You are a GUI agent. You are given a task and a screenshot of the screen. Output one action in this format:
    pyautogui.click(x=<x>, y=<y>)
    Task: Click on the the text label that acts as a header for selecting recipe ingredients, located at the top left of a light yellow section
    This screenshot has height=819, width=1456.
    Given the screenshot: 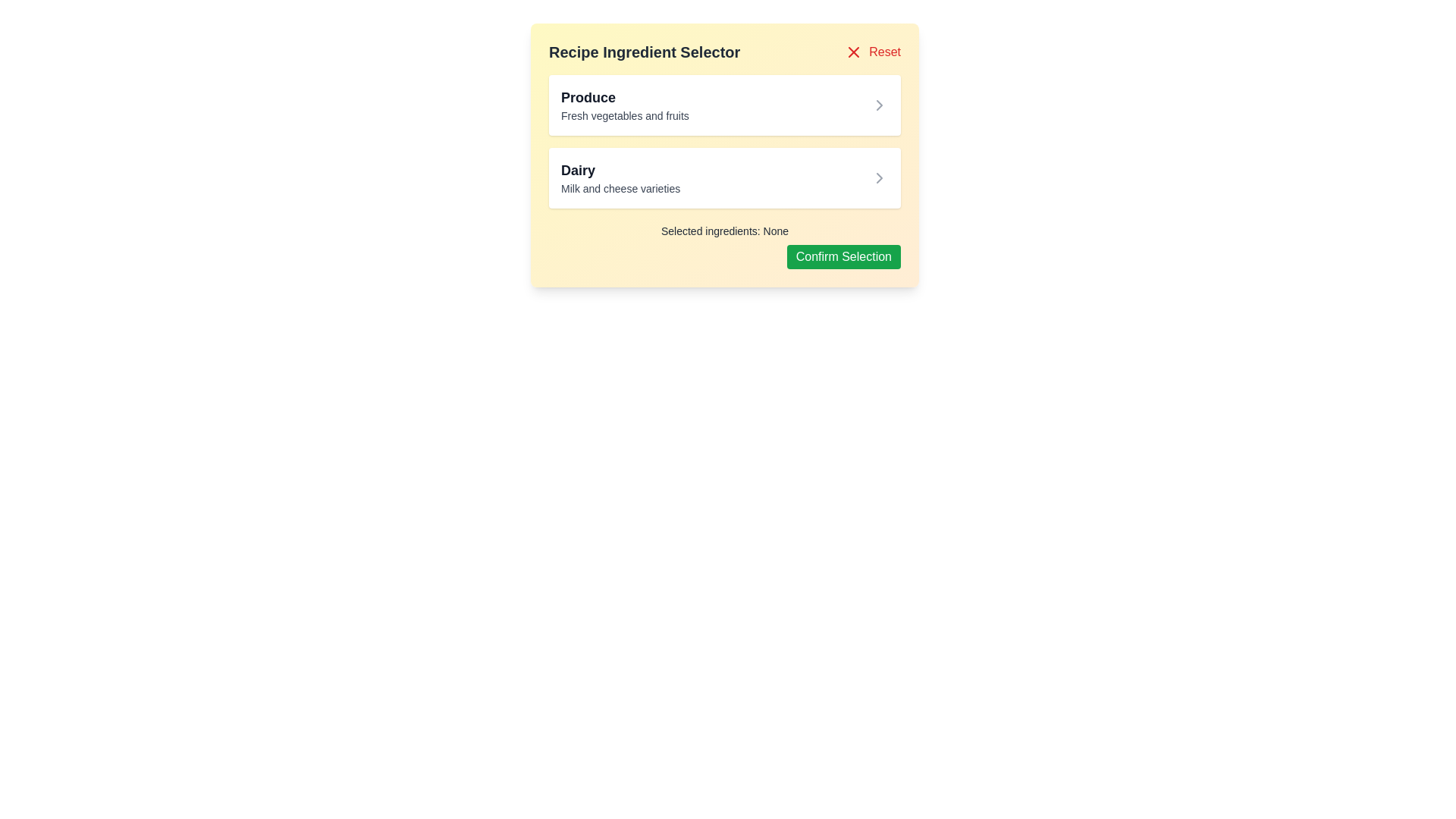 What is the action you would take?
    pyautogui.click(x=645, y=52)
    